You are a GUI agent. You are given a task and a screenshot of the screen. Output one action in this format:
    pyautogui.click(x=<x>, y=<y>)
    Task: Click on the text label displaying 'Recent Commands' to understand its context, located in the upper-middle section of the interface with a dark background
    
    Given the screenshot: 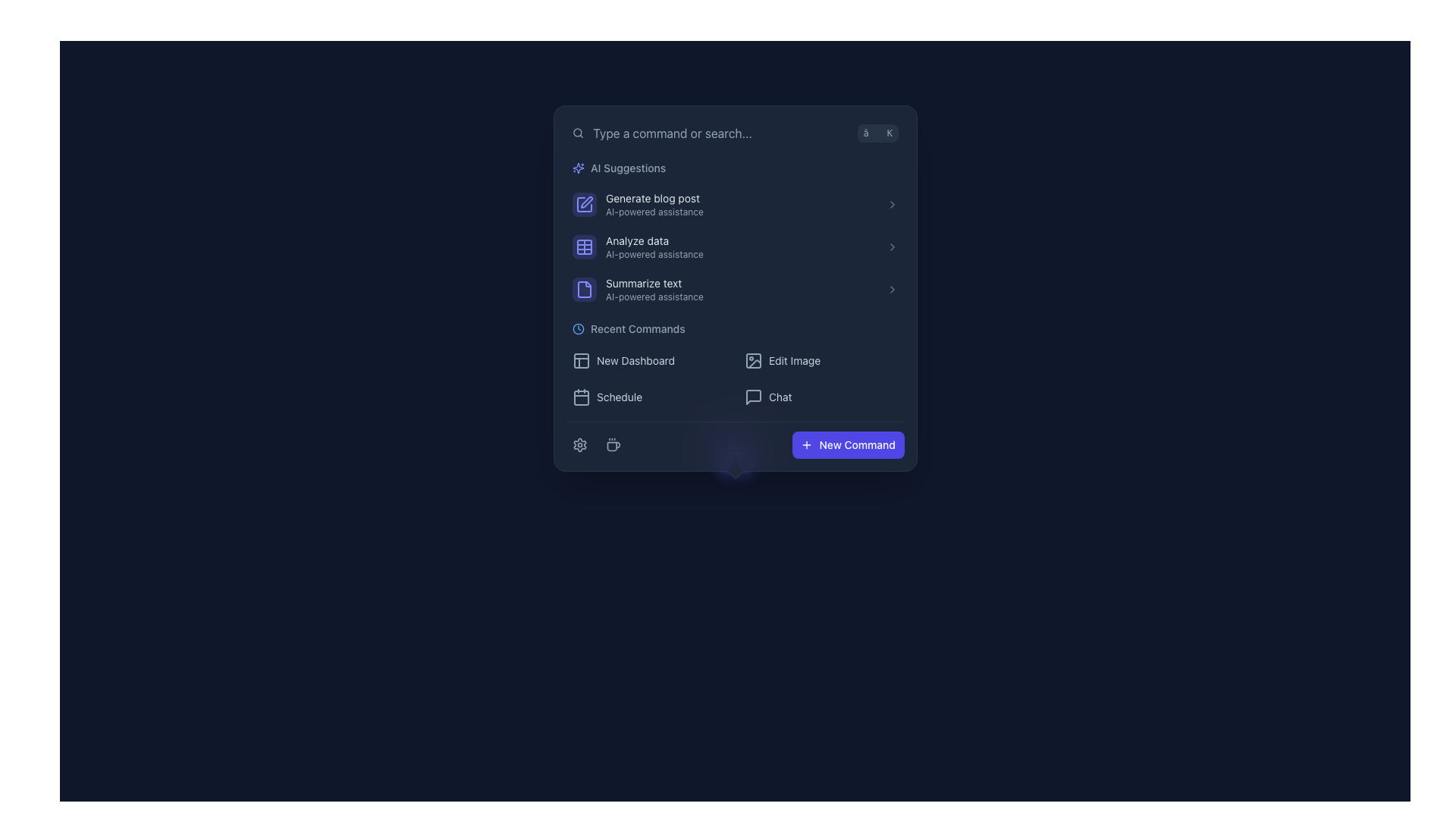 What is the action you would take?
    pyautogui.click(x=637, y=328)
    